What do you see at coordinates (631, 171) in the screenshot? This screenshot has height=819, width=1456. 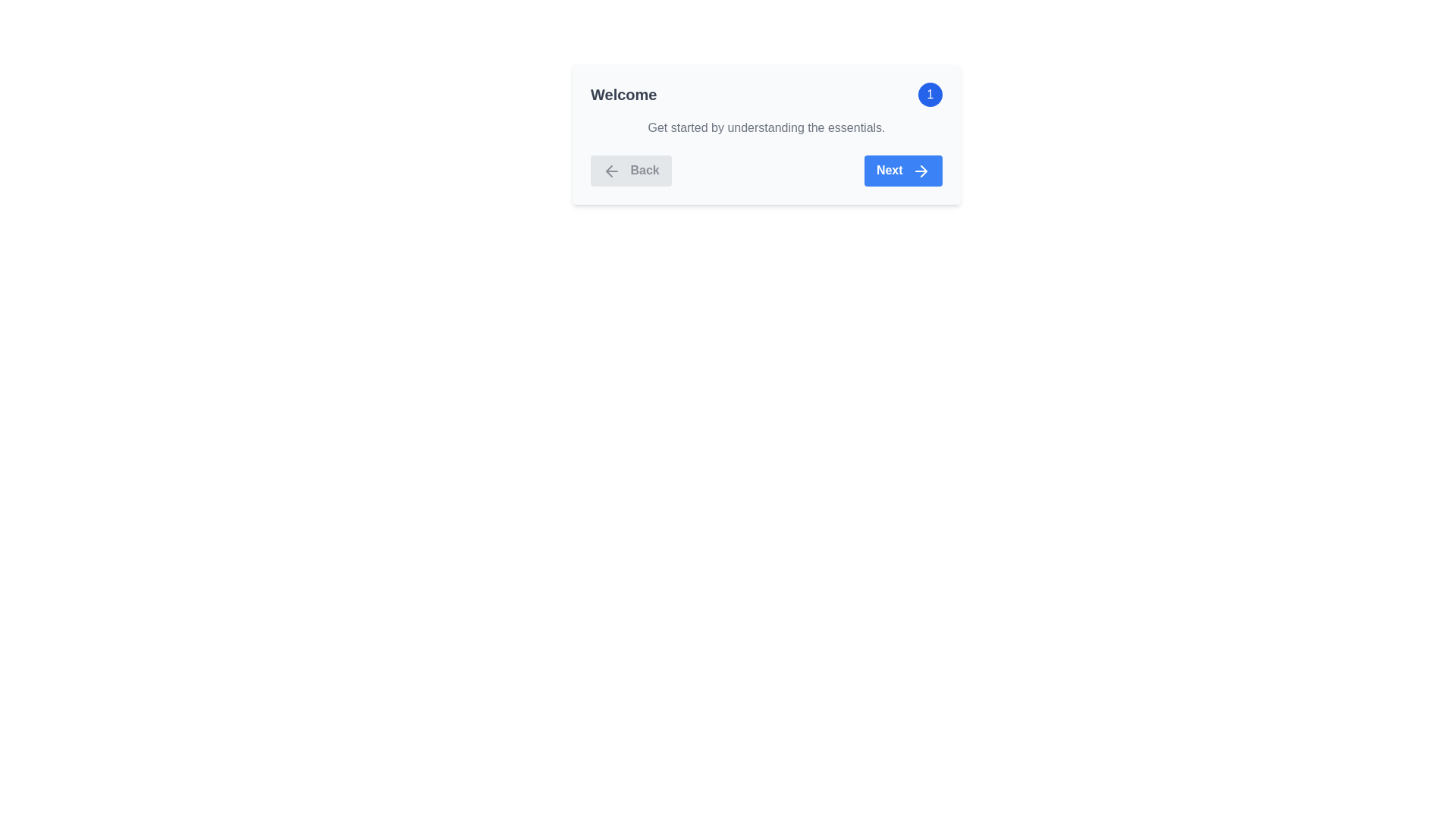 I see `the 'Back' button which is the first button in a horizontal layout, positioned to the left of the 'Next' button` at bounding box center [631, 171].